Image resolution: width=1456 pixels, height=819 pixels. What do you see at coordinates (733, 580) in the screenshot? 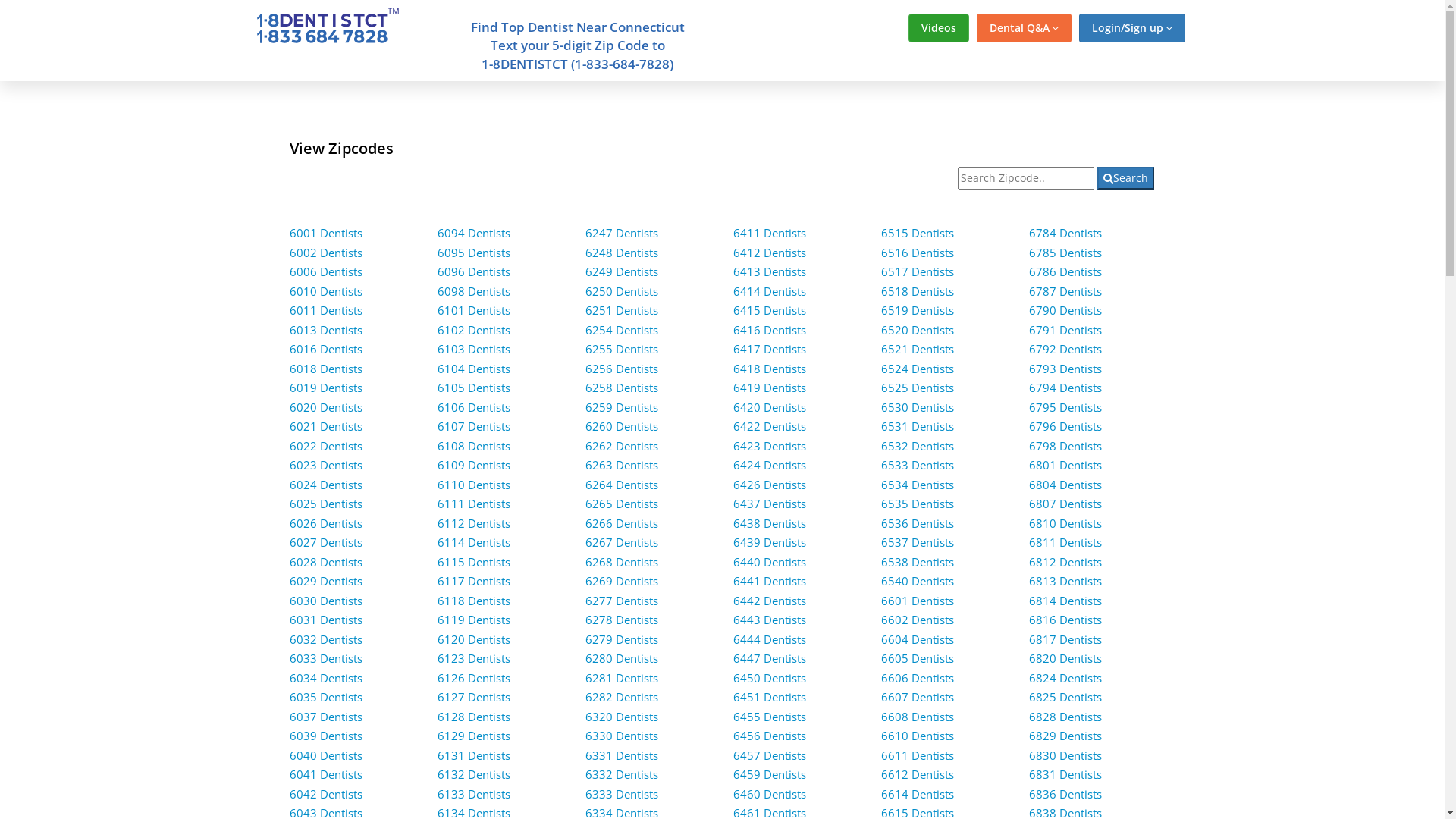
I see `'6441 Dentists'` at bounding box center [733, 580].